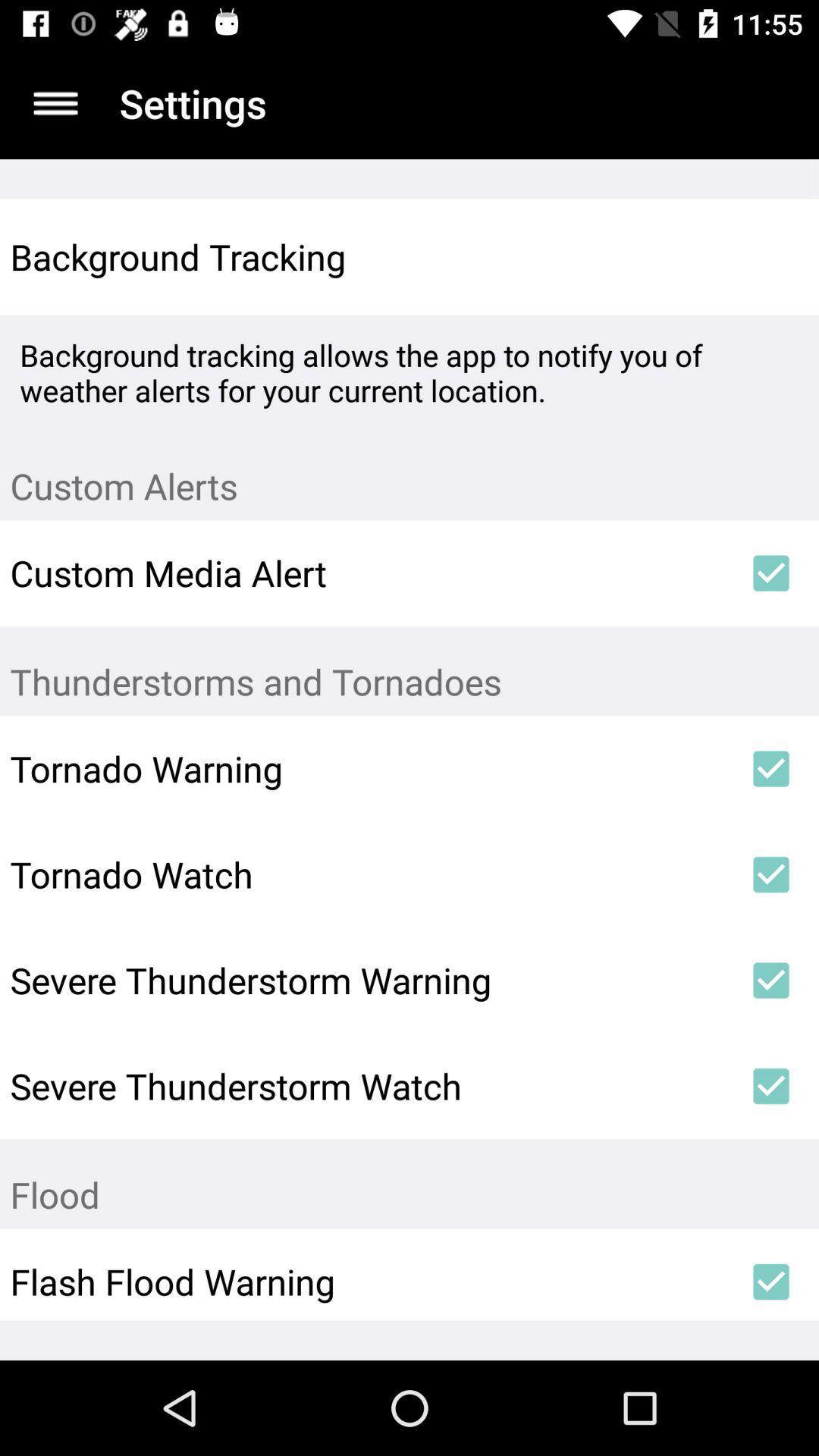 The width and height of the screenshot is (819, 1456). I want to click on the app next to the settings app, so click(55, 102).